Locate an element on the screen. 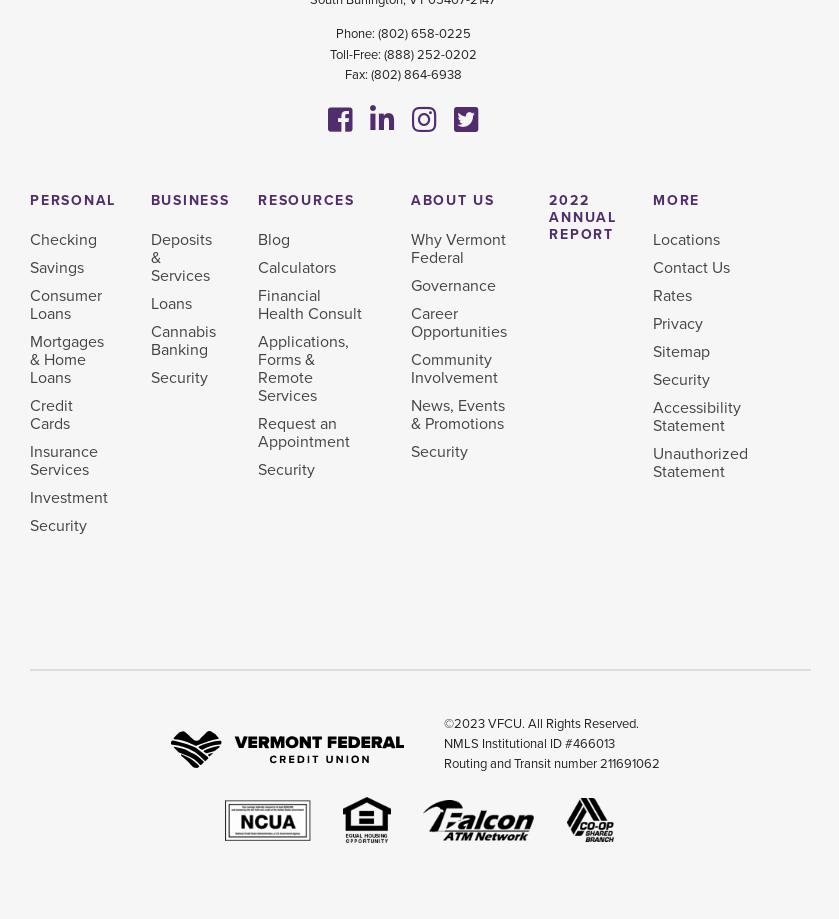  'Toll-Free:' is located at coordinates (355, 54).